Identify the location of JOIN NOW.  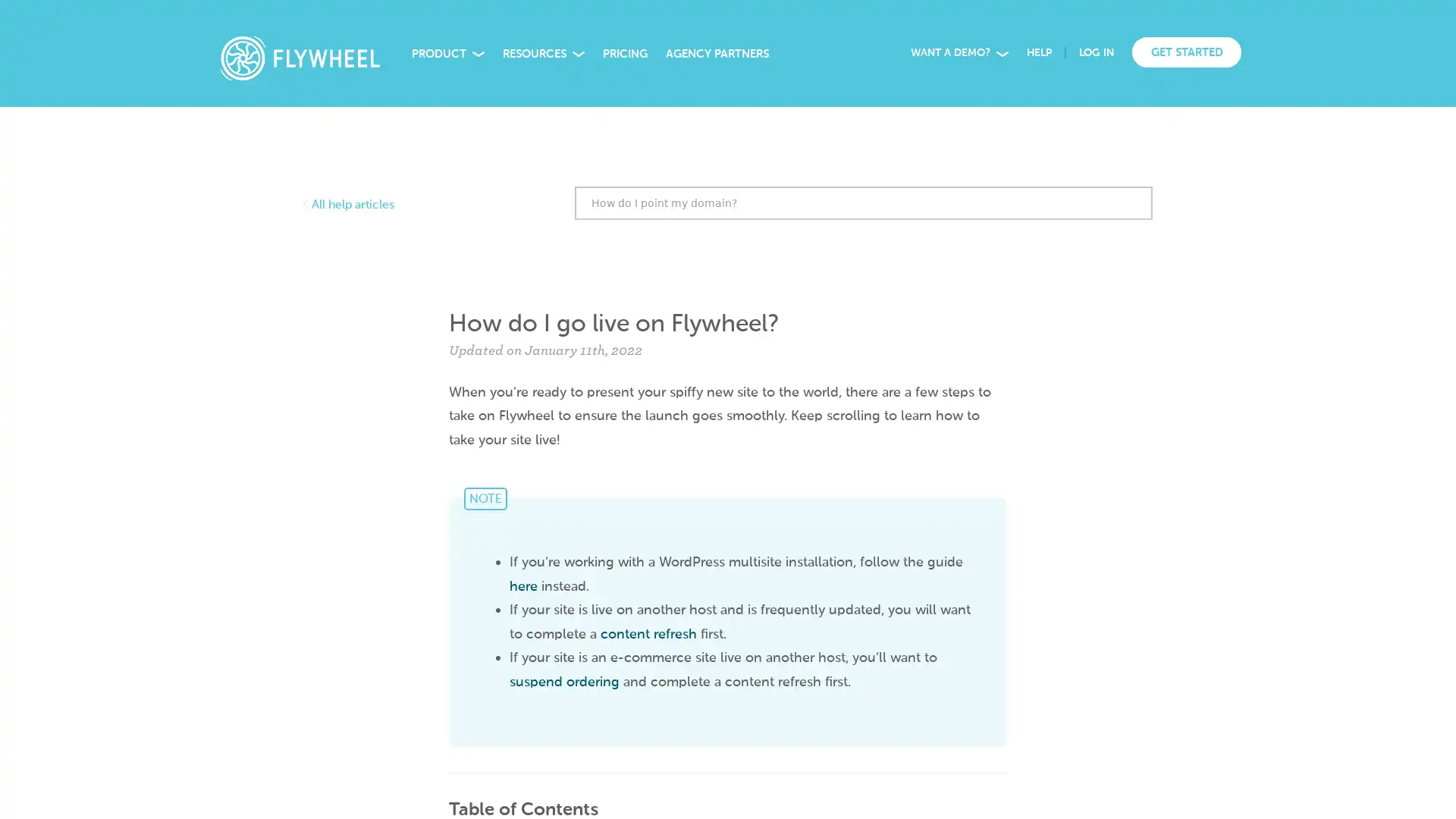
(1021, 29).